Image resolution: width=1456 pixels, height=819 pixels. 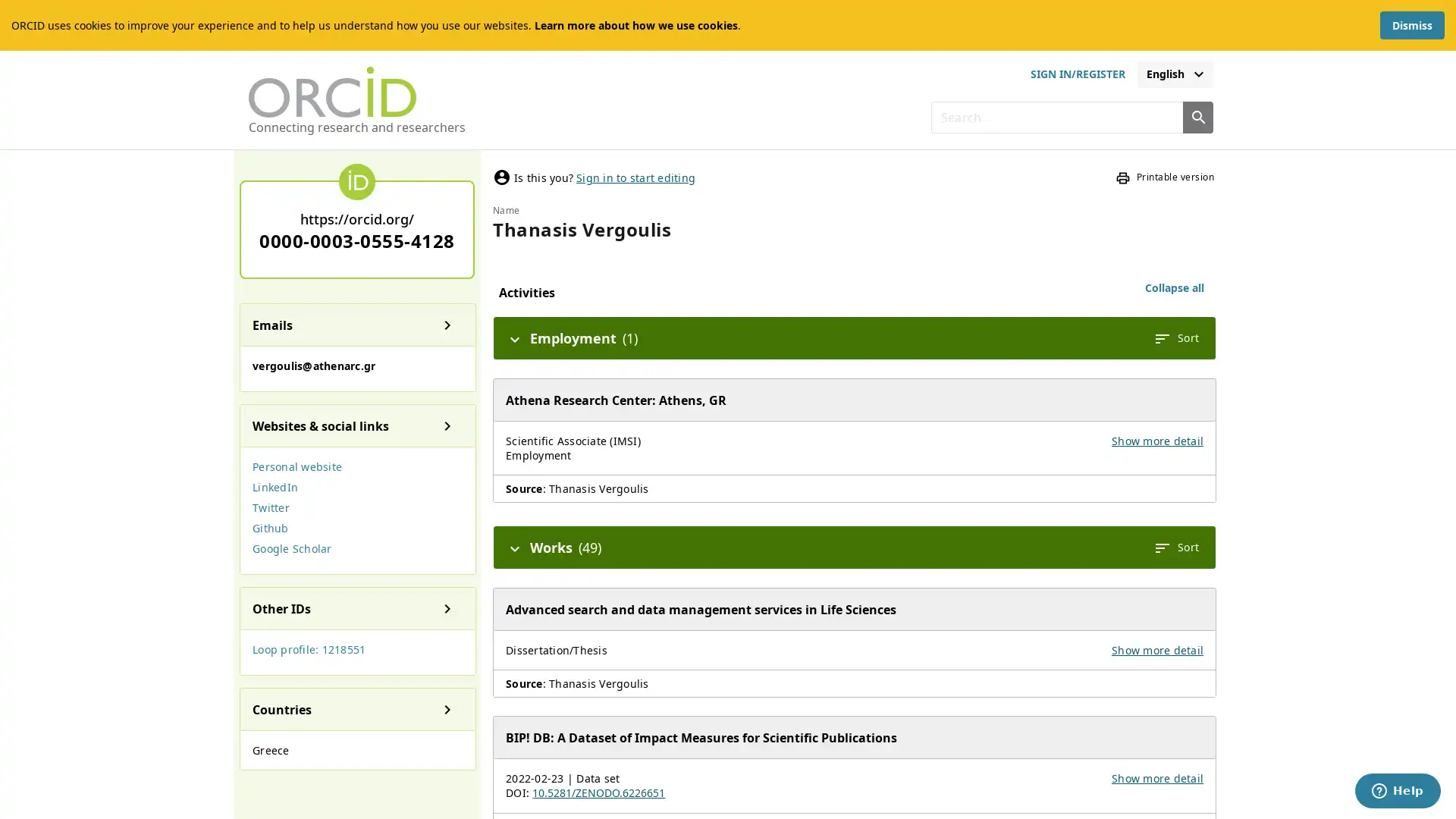 What do you see at coordinates (1156, 649) in the screenshot?
I see `Show more detail` at bounding box center [1156, 649].